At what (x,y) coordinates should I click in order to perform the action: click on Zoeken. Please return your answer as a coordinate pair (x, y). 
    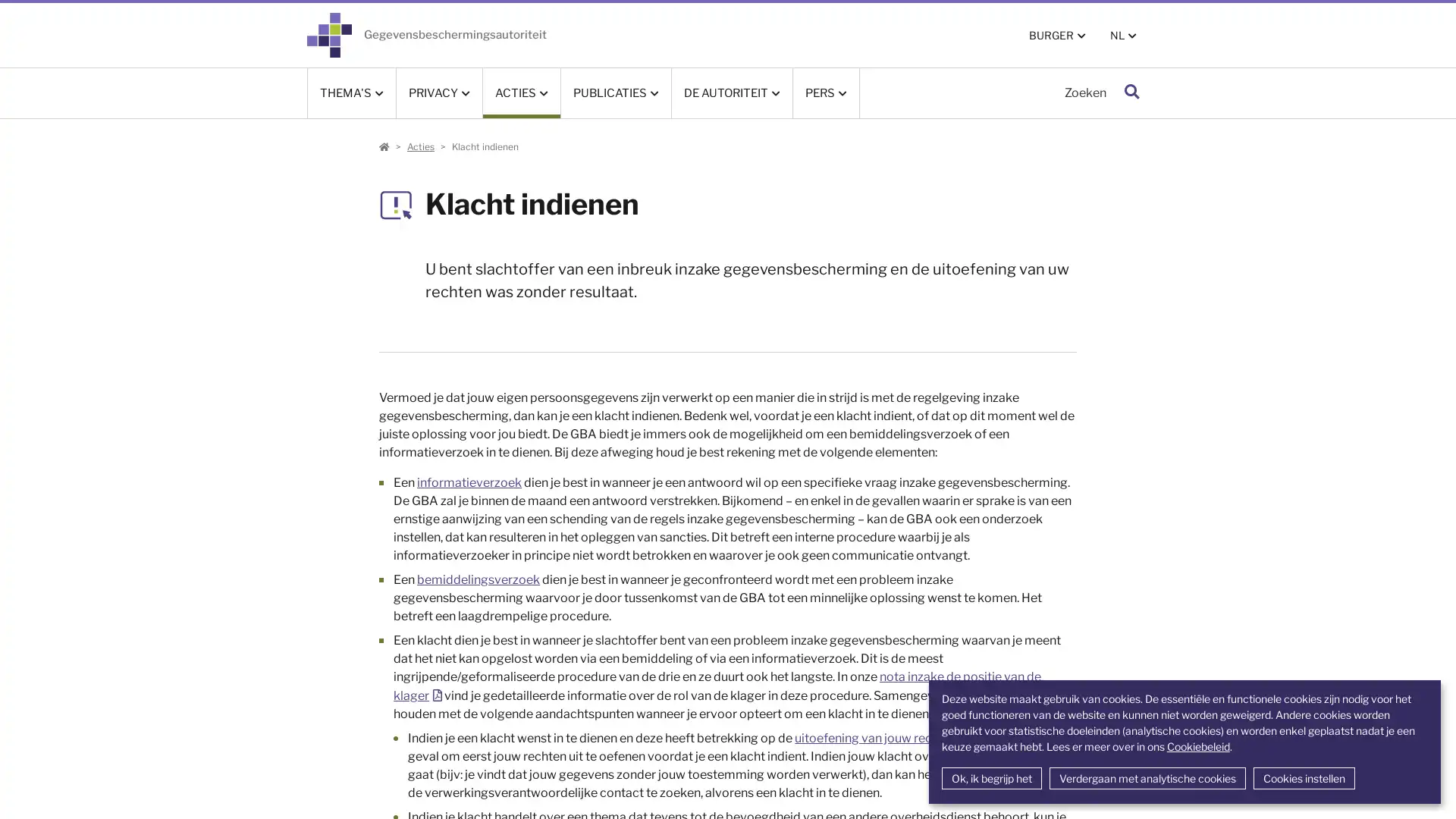
    Looking at the image, I should click on (1131, 93).